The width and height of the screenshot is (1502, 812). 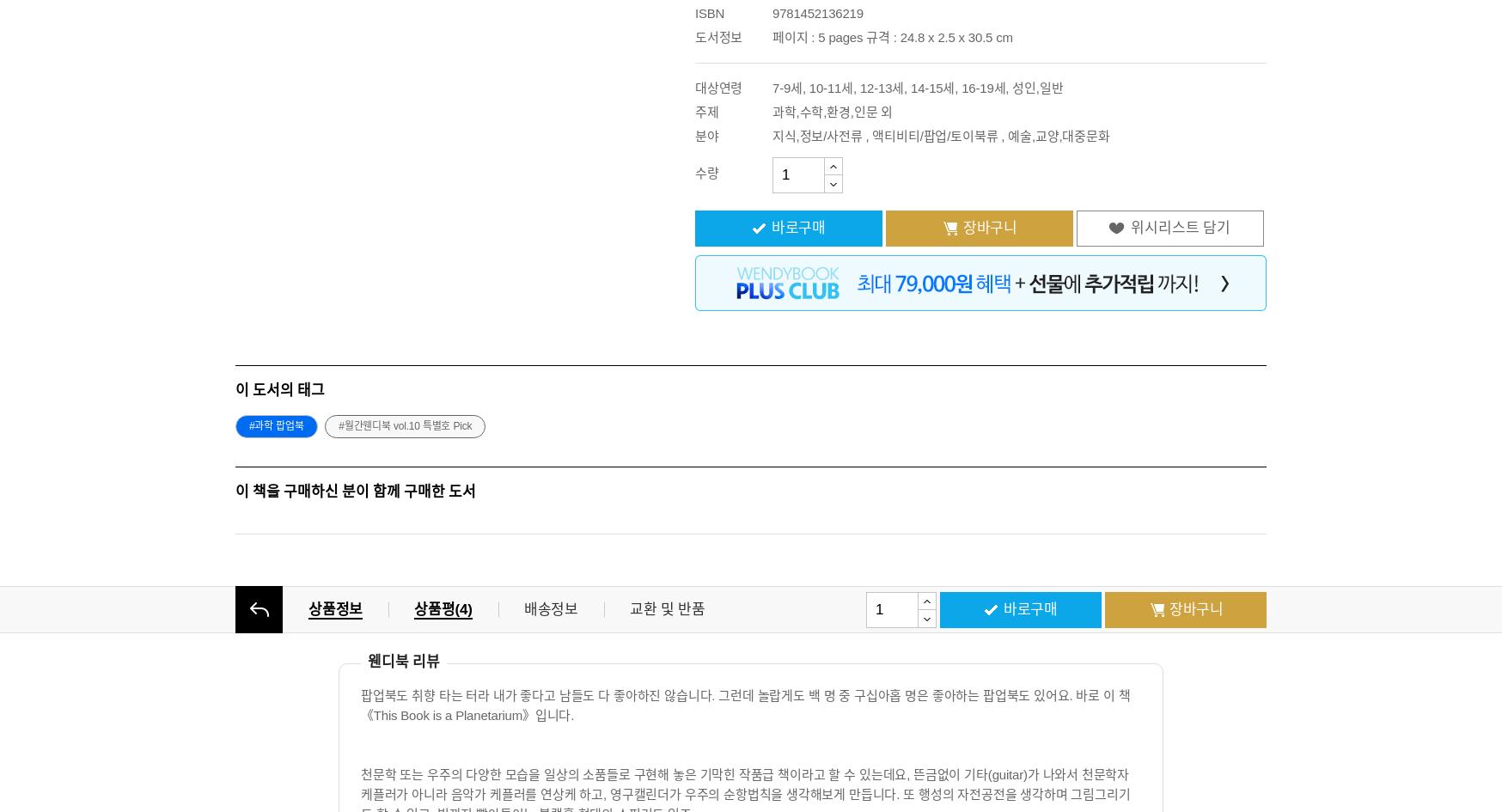 What do you see at coordinates (832, 111) in the screenshot?
I see `'과학,수학,환경,인문 외'` at bounding box center [832, 111].